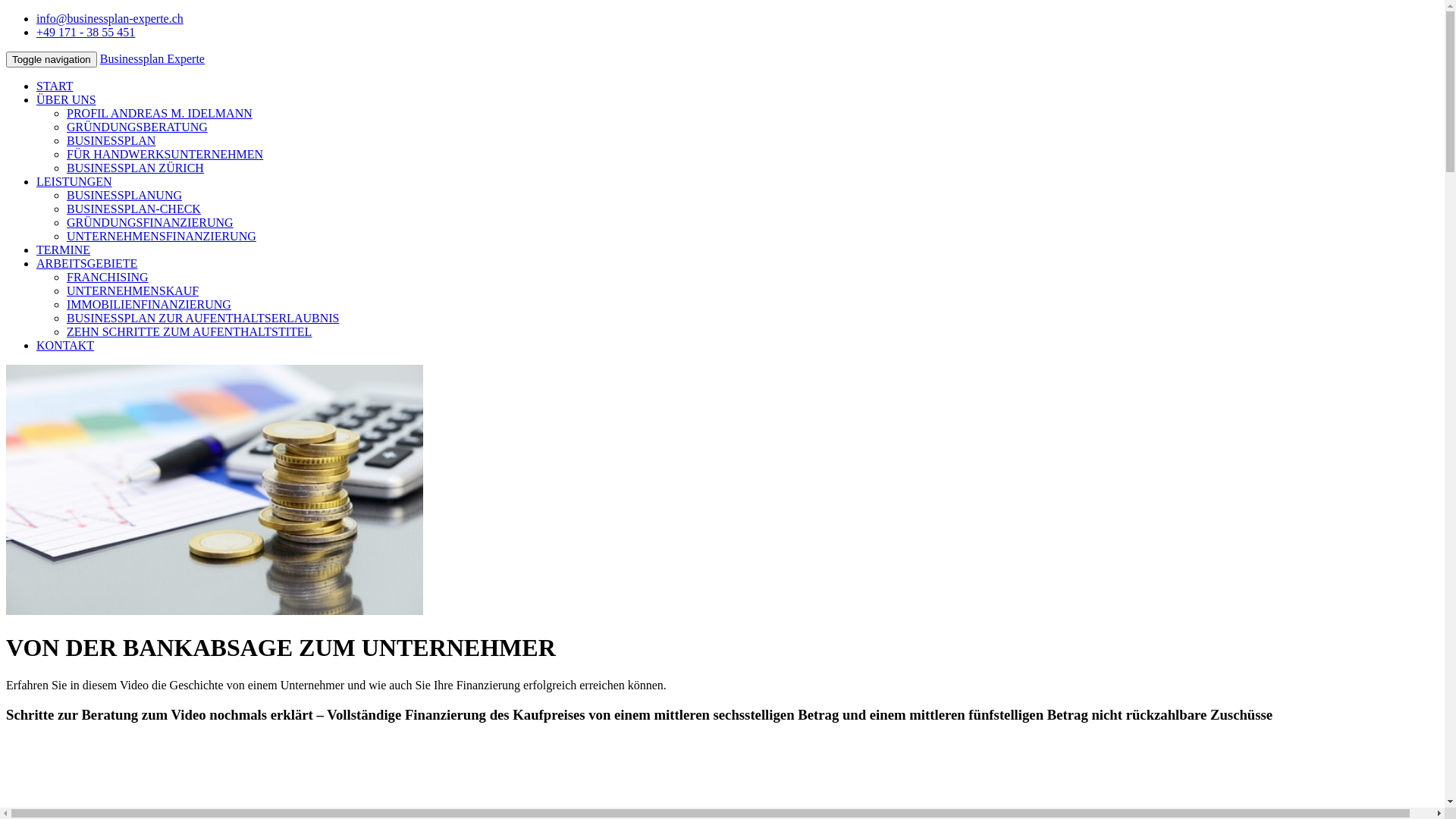  I want to click on 'UNTERNEHMENSKAUF', so click(65, 290).